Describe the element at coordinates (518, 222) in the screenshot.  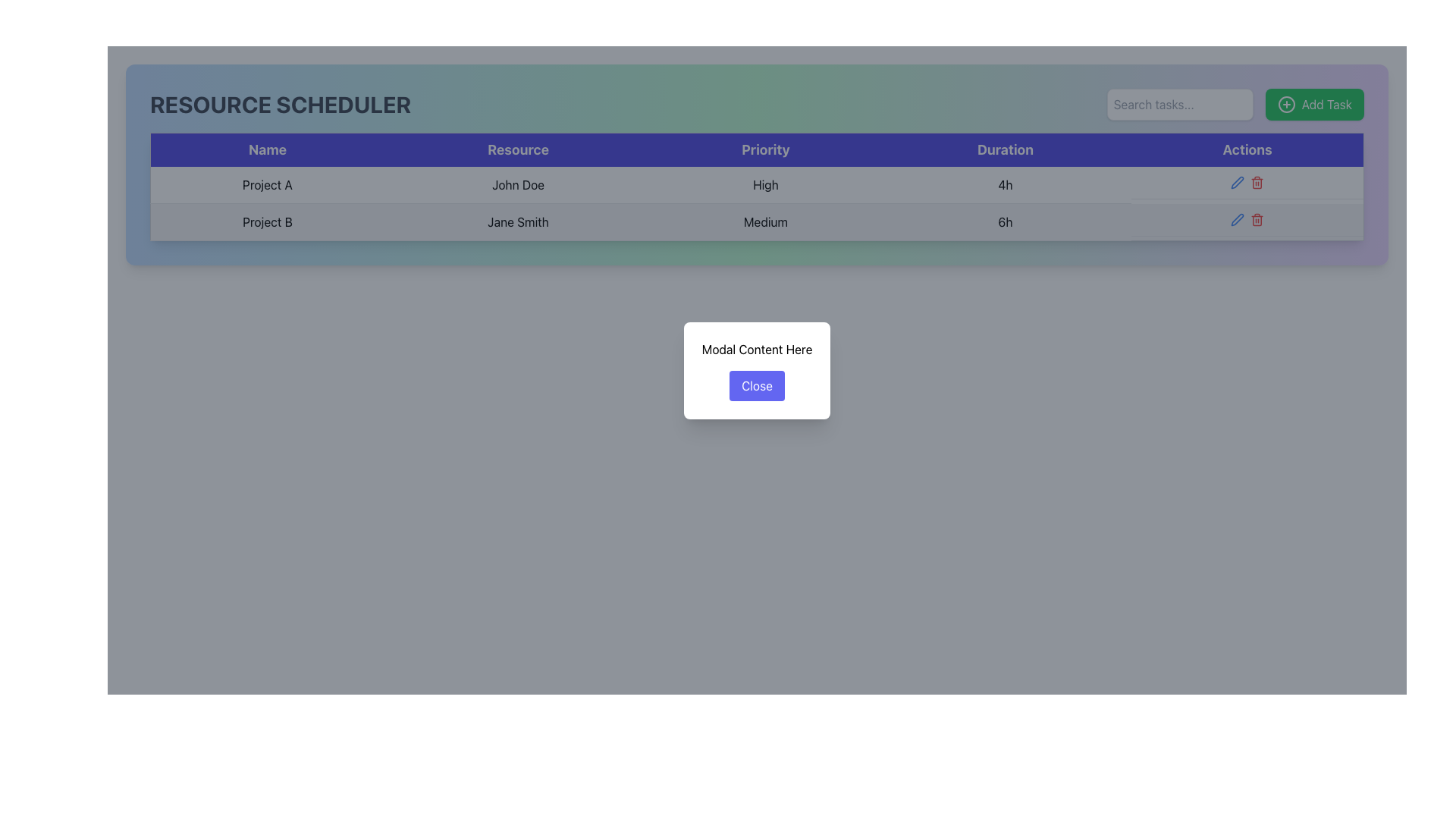
I see `text displayed in the 'Jane Smith' label, which is centrally aligned in the 'Resource' column of the second row in the table` at that location.